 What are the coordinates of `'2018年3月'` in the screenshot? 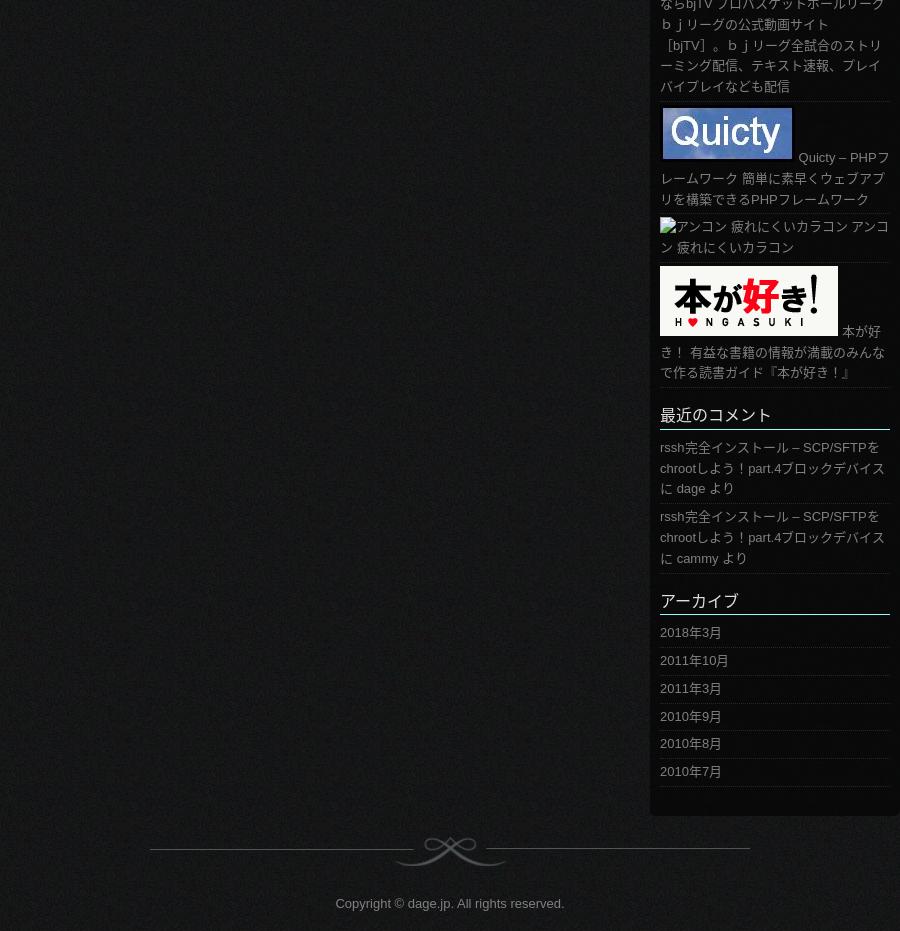 It's located at (690, 632).